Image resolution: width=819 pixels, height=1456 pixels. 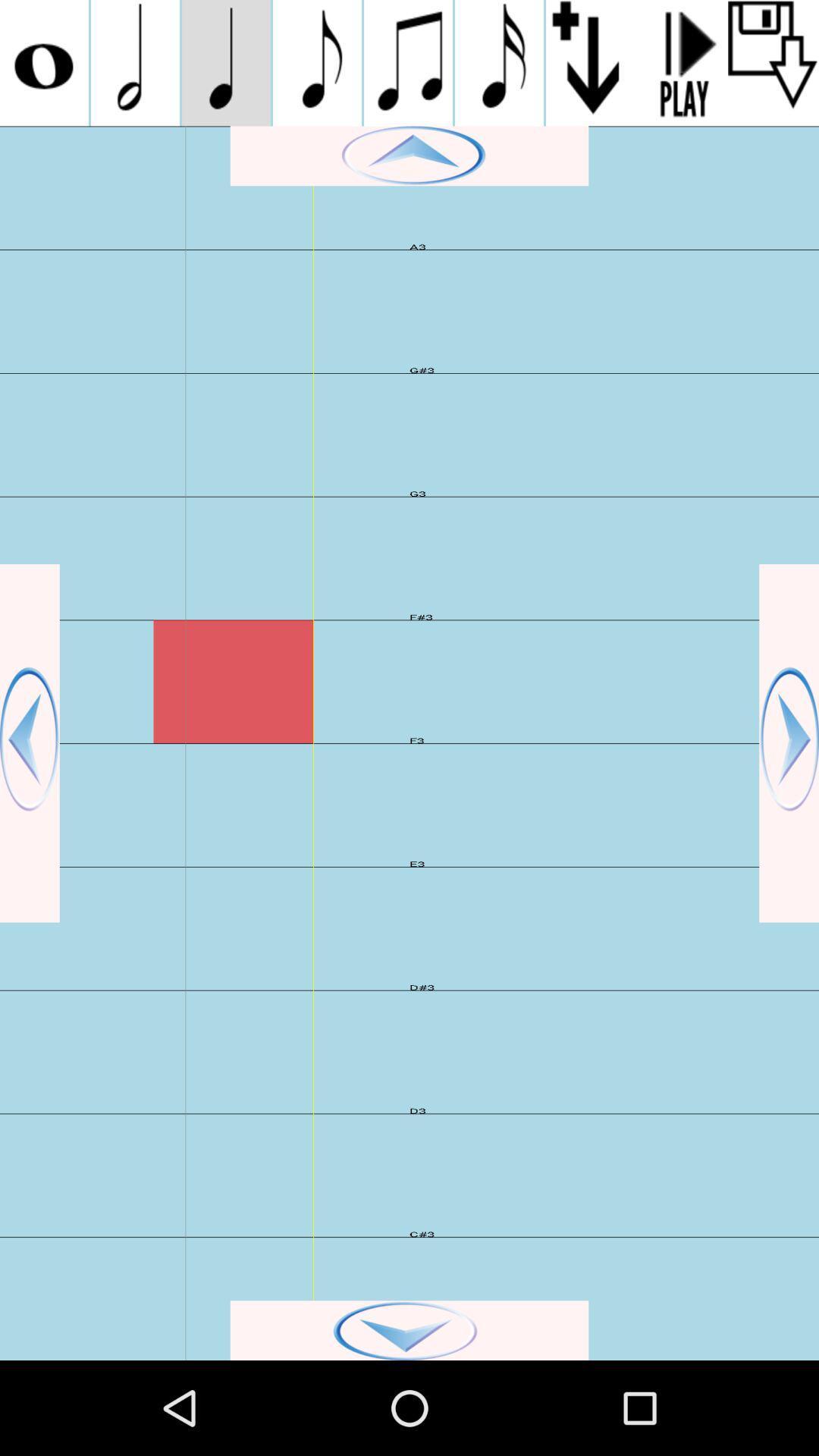 I want to click on music, so click(x=316, y=62).